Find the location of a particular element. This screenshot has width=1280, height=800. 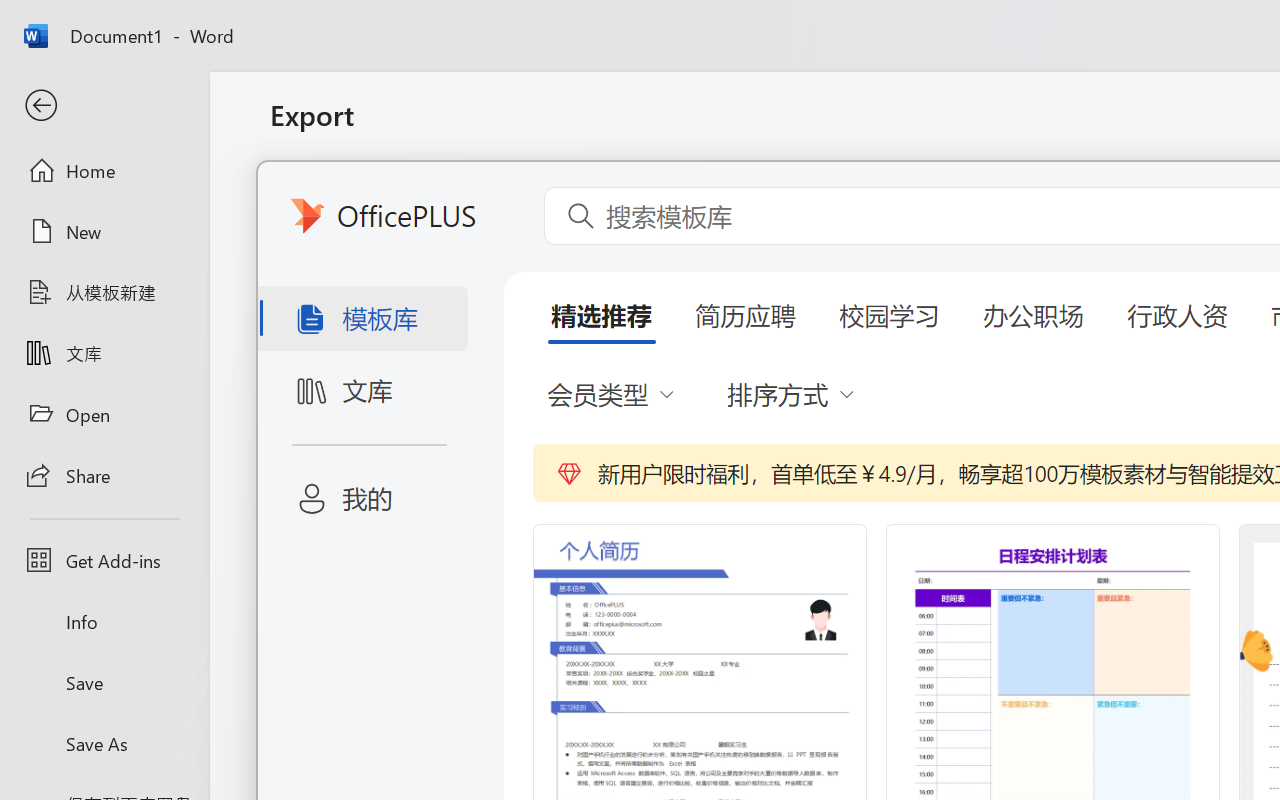

'New' is located at coordinates (103, 231).